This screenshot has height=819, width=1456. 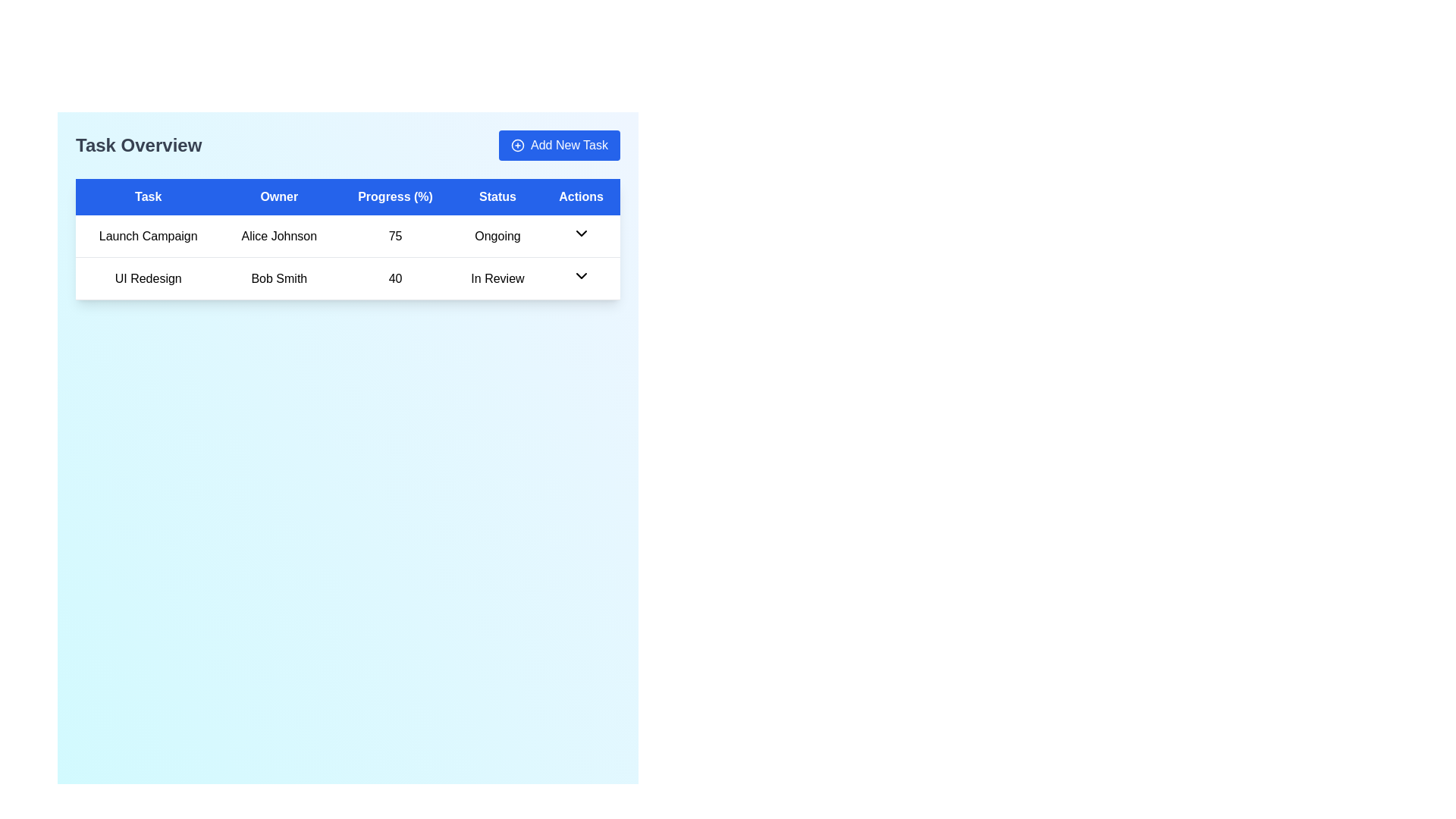 What do you see at coordinates (347, 239) in the screenshot?
I see `the rows of the Task Overview table` at bounding box center [347, 239].